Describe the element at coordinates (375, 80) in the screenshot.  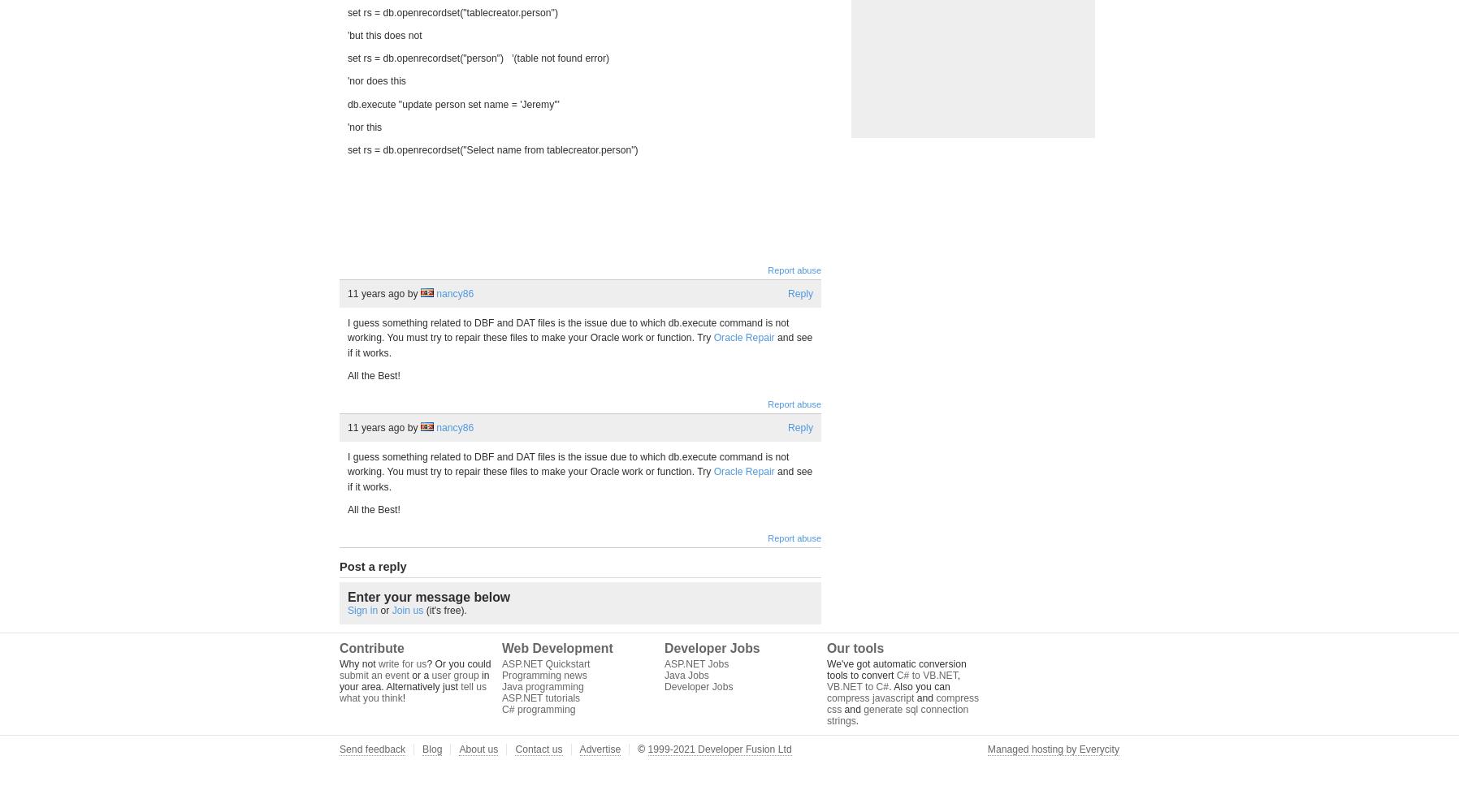
I see `''nor does this'` at that location.